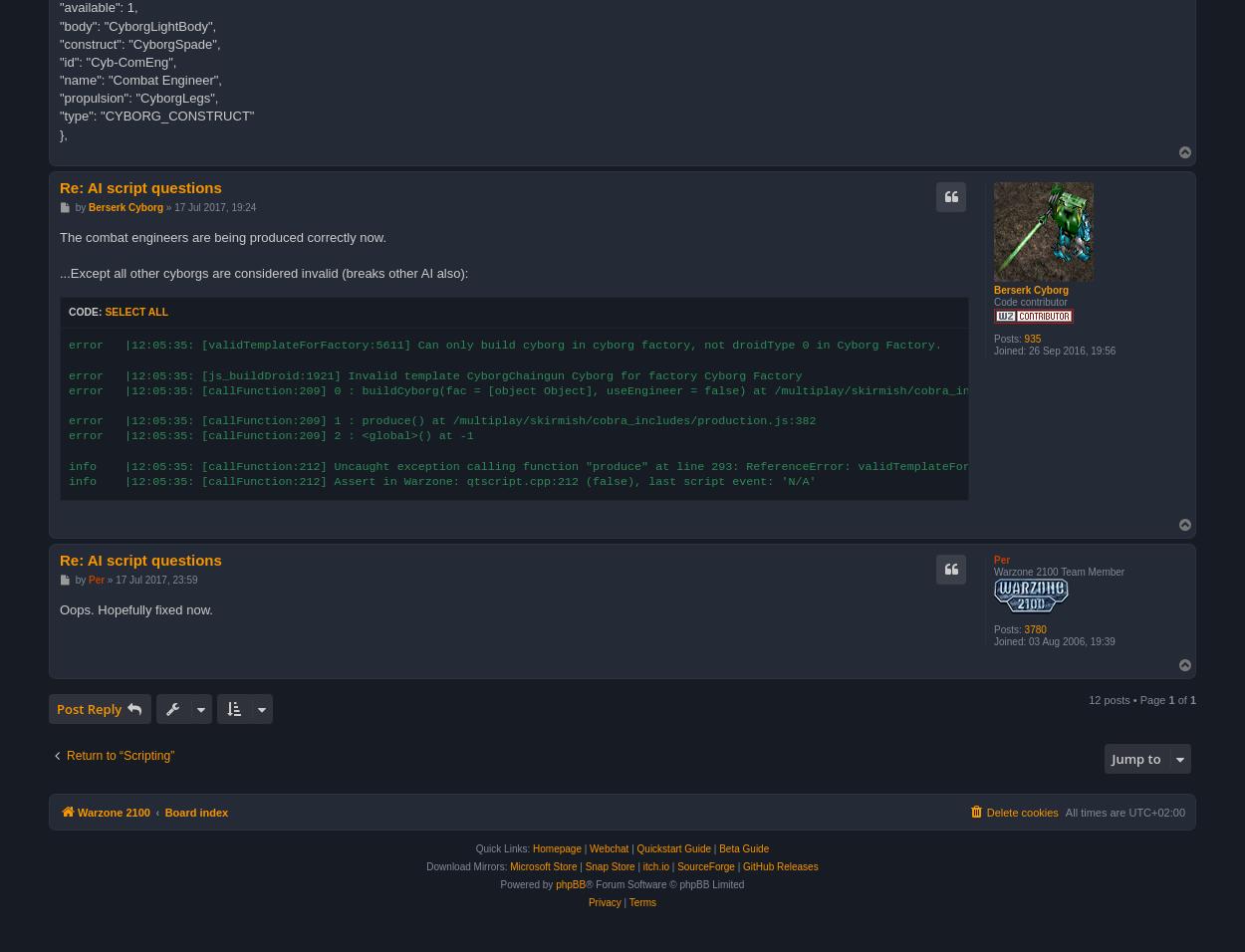  What do you see at coordinates (570, 884) in the screenshot?
I see `'phpBB'` at bounding box center [570, 884].